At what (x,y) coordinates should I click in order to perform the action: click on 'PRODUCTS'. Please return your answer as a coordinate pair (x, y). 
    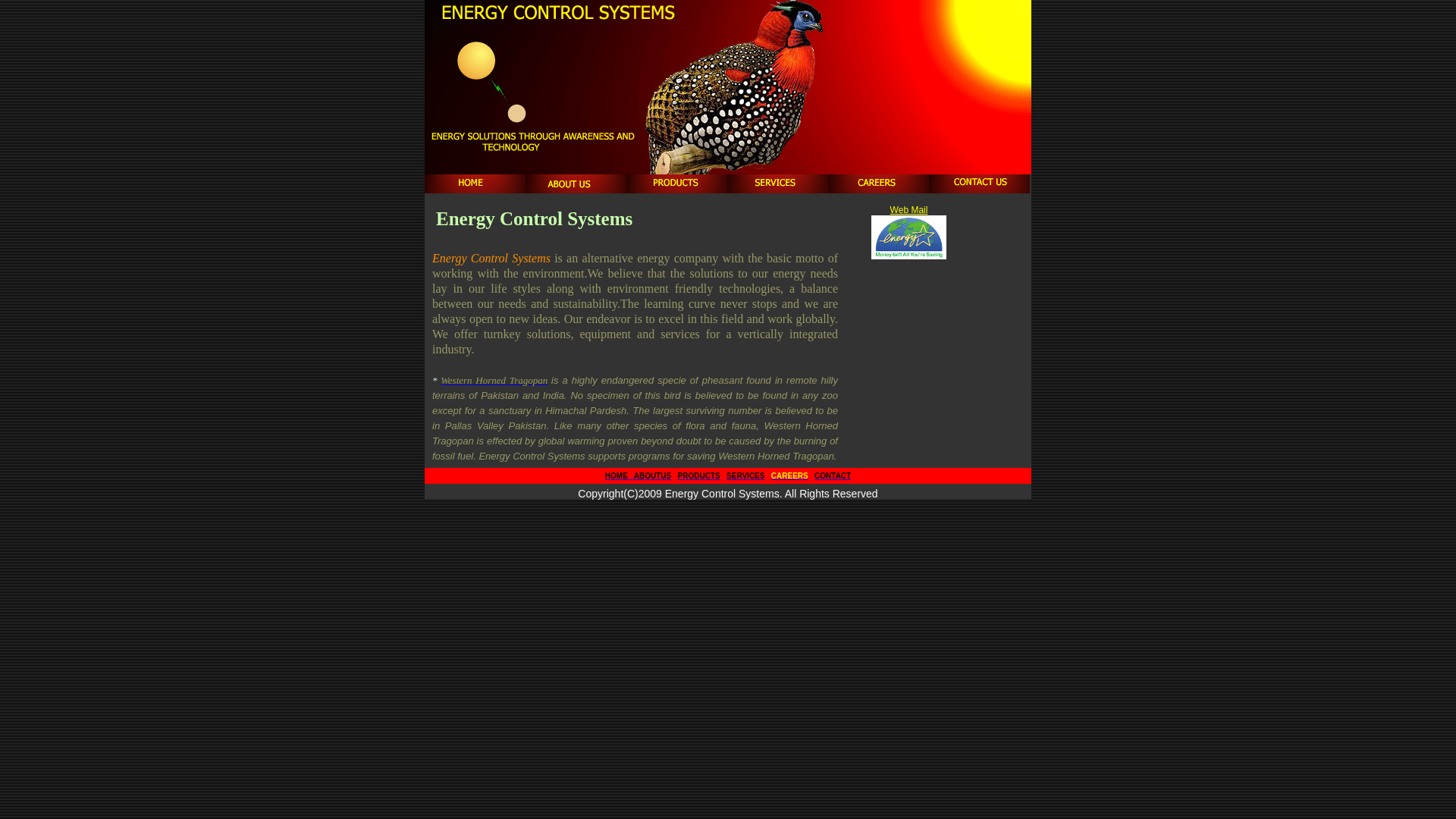
    Looking at the image, I should click on (698, 475).